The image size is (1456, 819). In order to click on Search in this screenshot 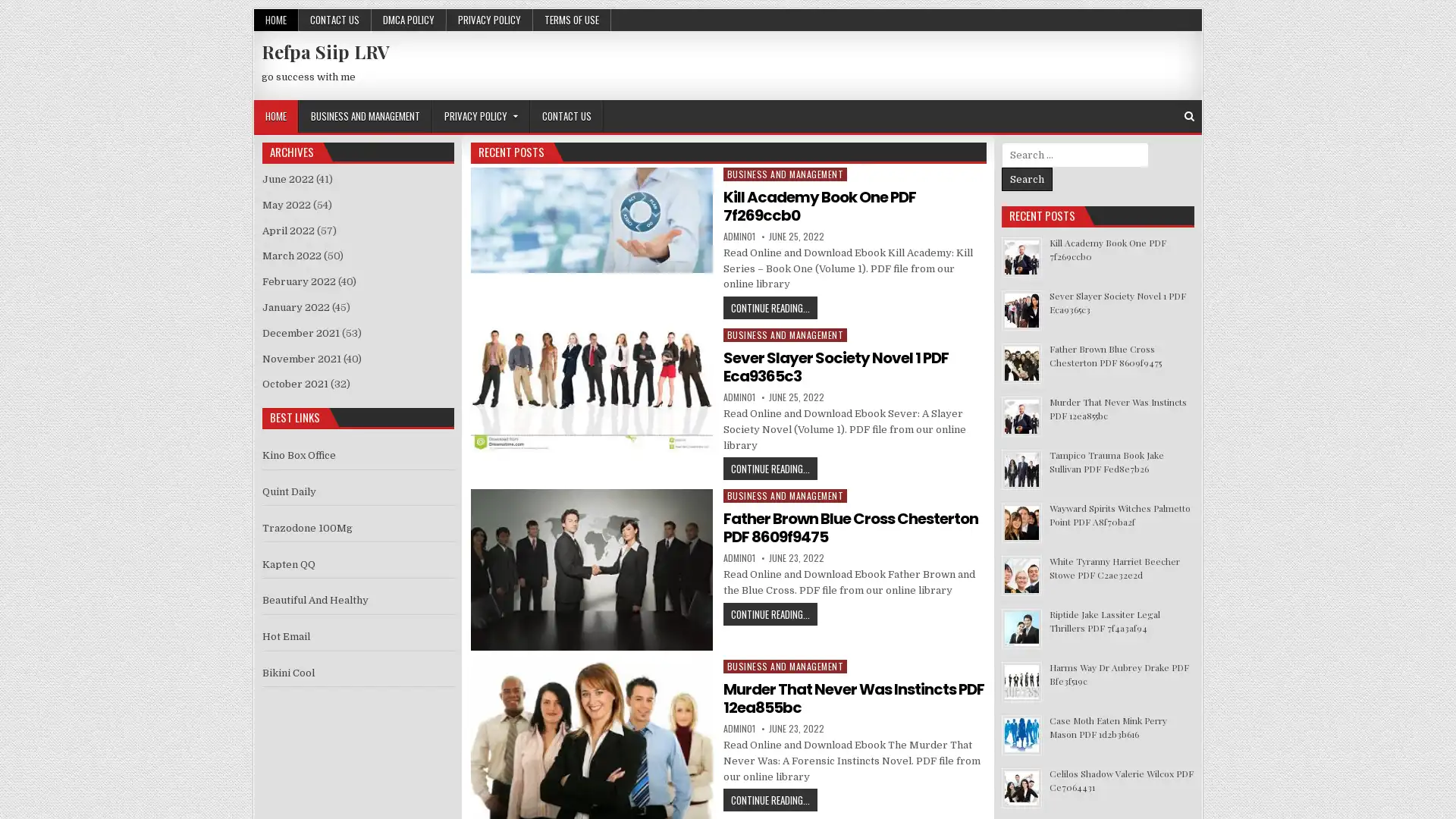, I will do `click(1027, 178)`.